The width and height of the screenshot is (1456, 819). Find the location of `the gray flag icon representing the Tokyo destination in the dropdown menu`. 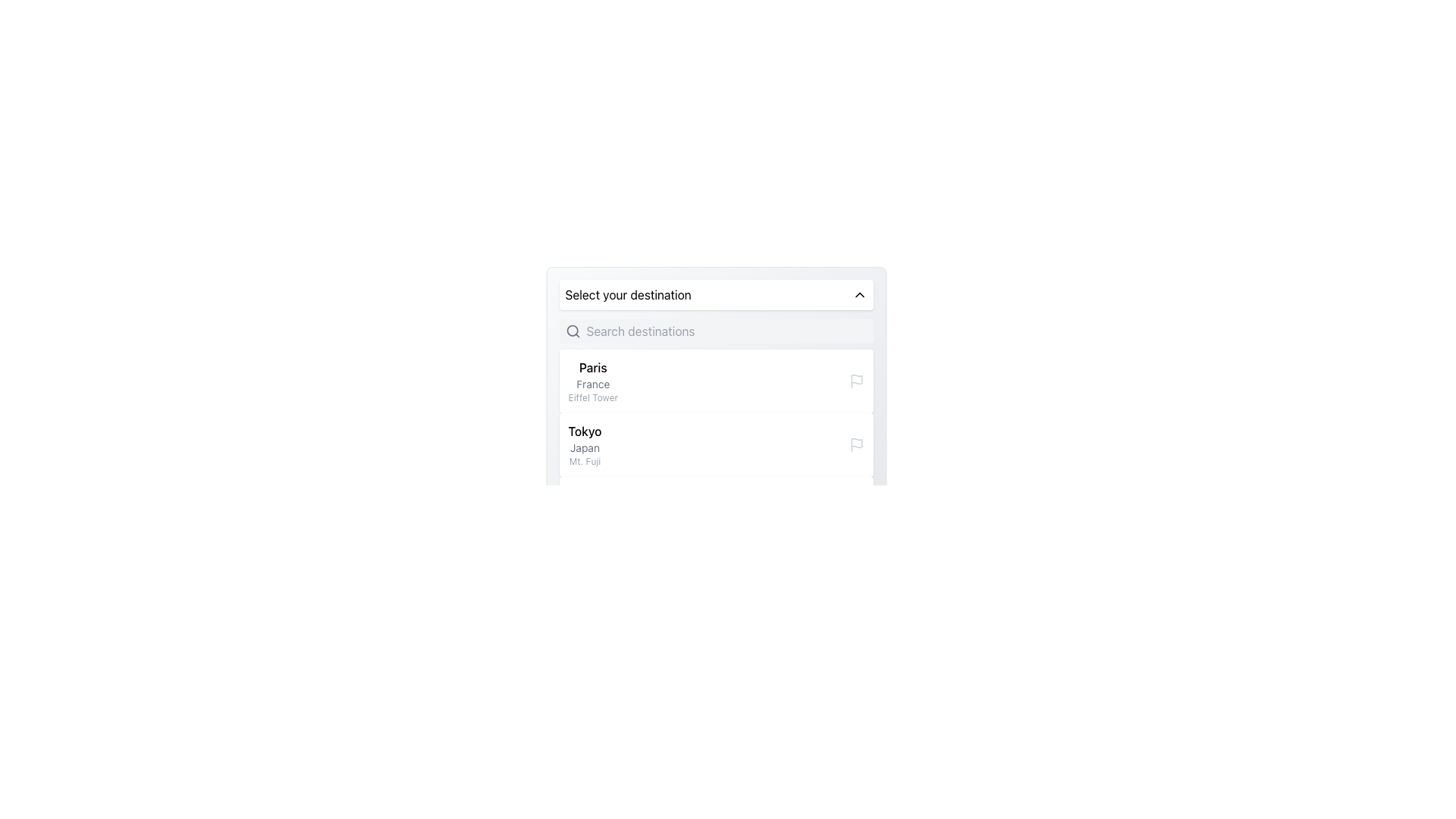

the gray flag icon representing the Tokyo destination in the dropdown menu is located at coordinates (856, 443).